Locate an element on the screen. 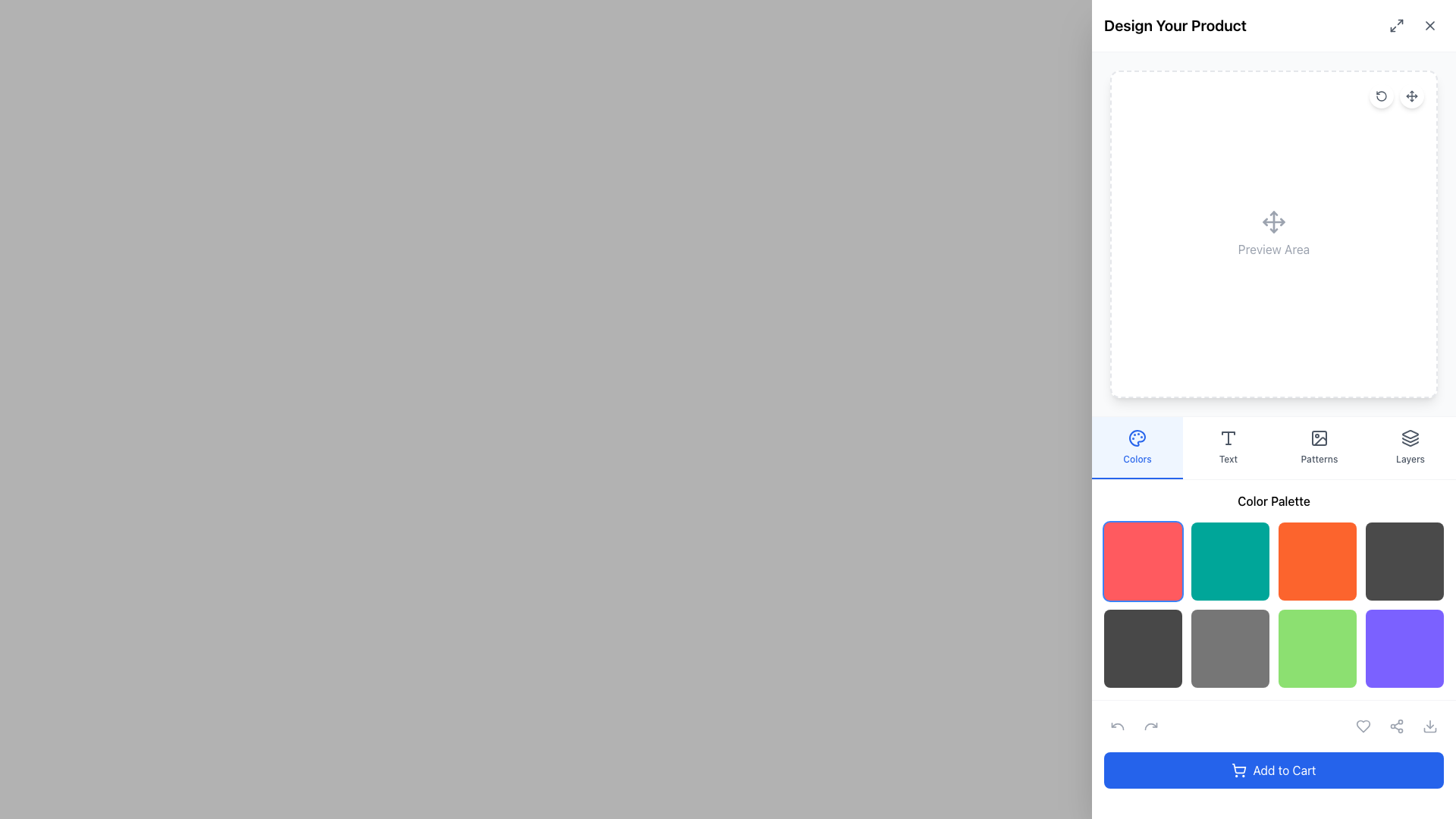 The height and width of the screenshot is (819, 1456). the Color selection button for the teal color located in the second column of the first row of the color swatches grid under the 'Color Palette' section is located at coordinates (1230, 561).